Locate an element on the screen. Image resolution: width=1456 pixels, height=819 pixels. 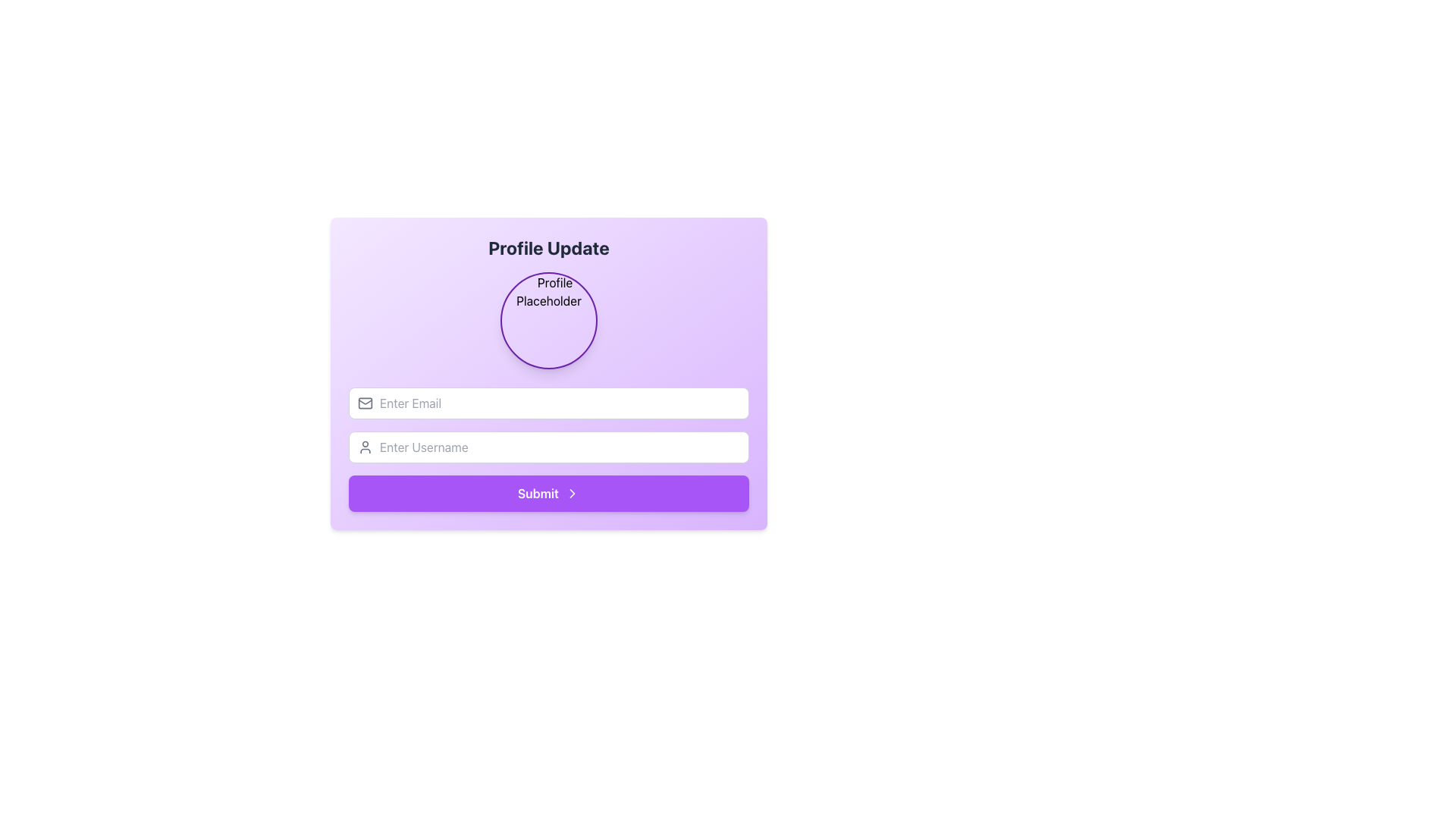
the submit button located at the bottom of the form to initiate the form submission process is located at coordinates (548, 494).